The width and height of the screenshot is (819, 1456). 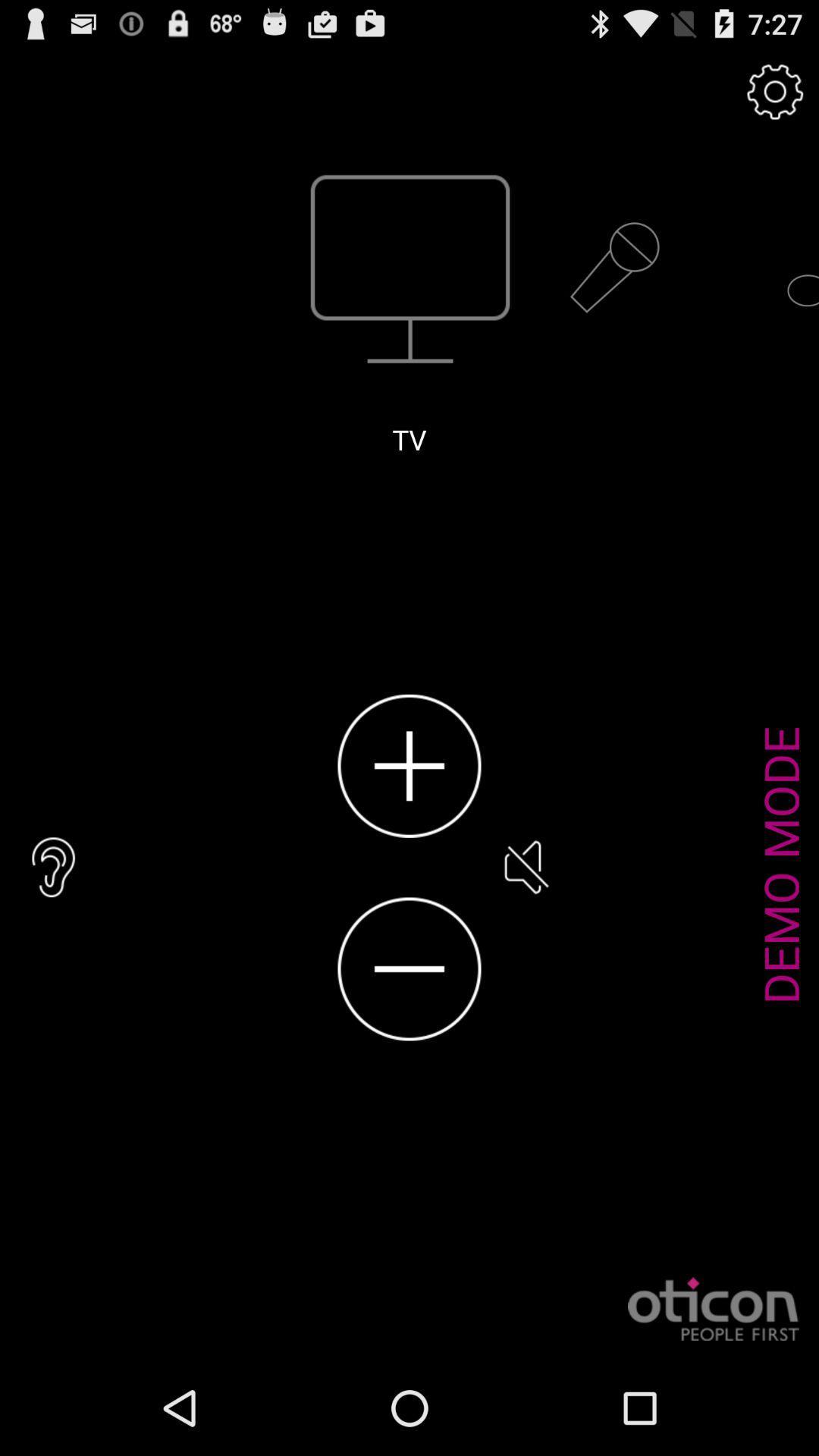 What do you see at coordinates (524, 867) in the screenshot?
I see `the item next to the demo mode` at bounding box center [524, 867].